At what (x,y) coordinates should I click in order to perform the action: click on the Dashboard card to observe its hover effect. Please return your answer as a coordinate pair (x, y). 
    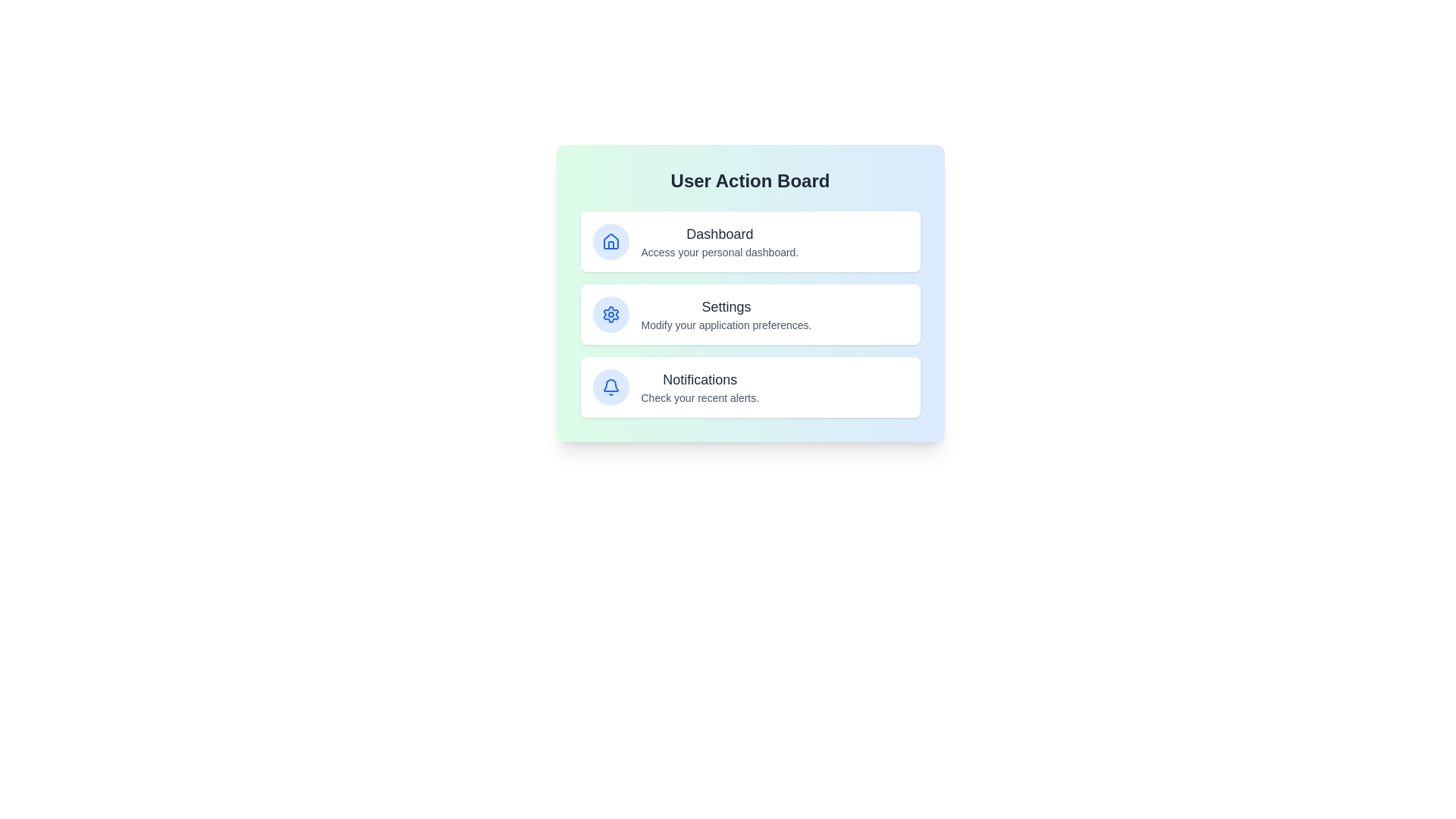
    Looking at the image, I should click on (750, 241).